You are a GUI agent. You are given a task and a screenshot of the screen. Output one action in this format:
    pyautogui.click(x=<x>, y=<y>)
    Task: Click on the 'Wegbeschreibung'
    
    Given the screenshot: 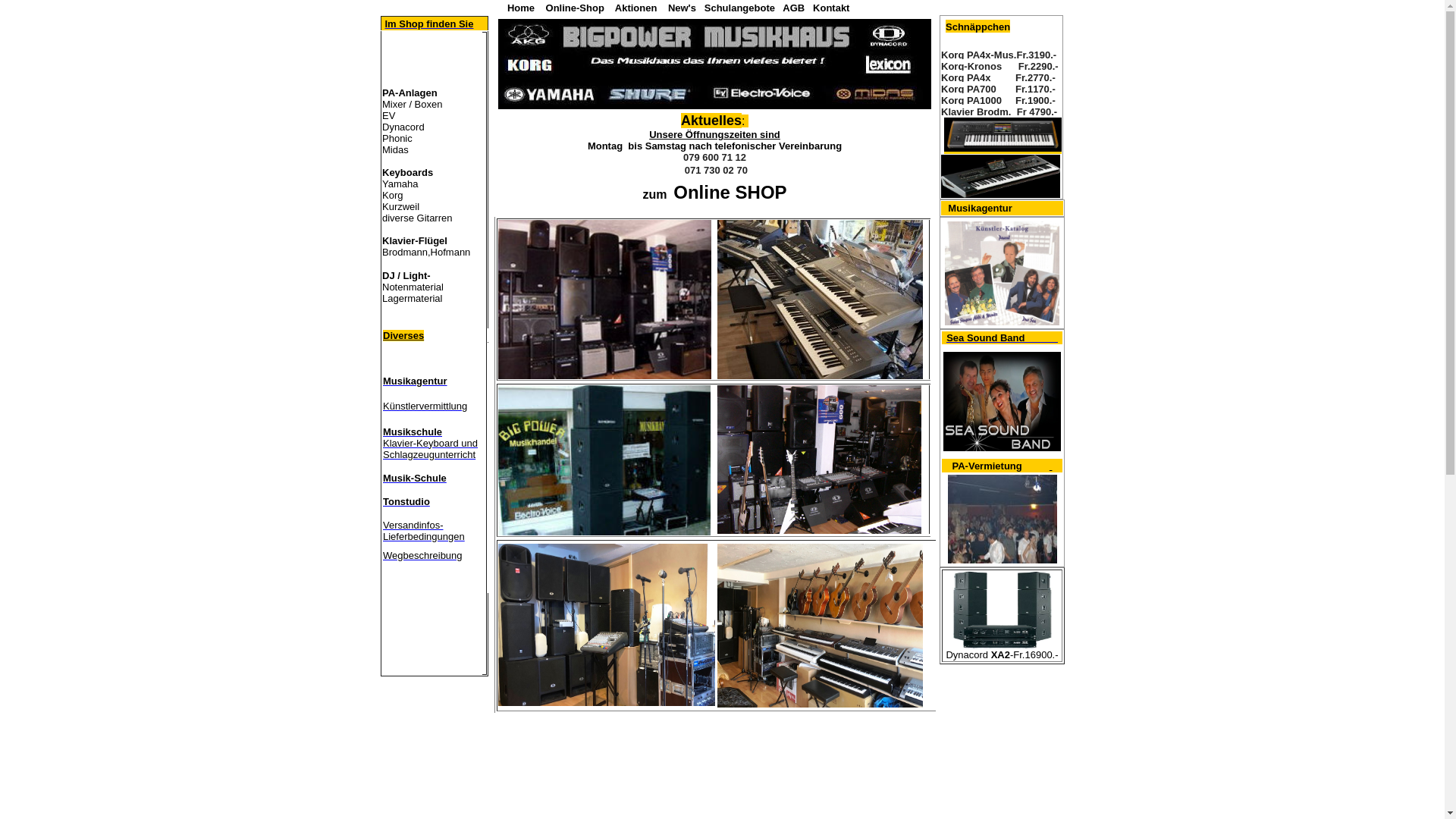 What is the action you would take?
    pyautogui.click(x=422, y=554)
    